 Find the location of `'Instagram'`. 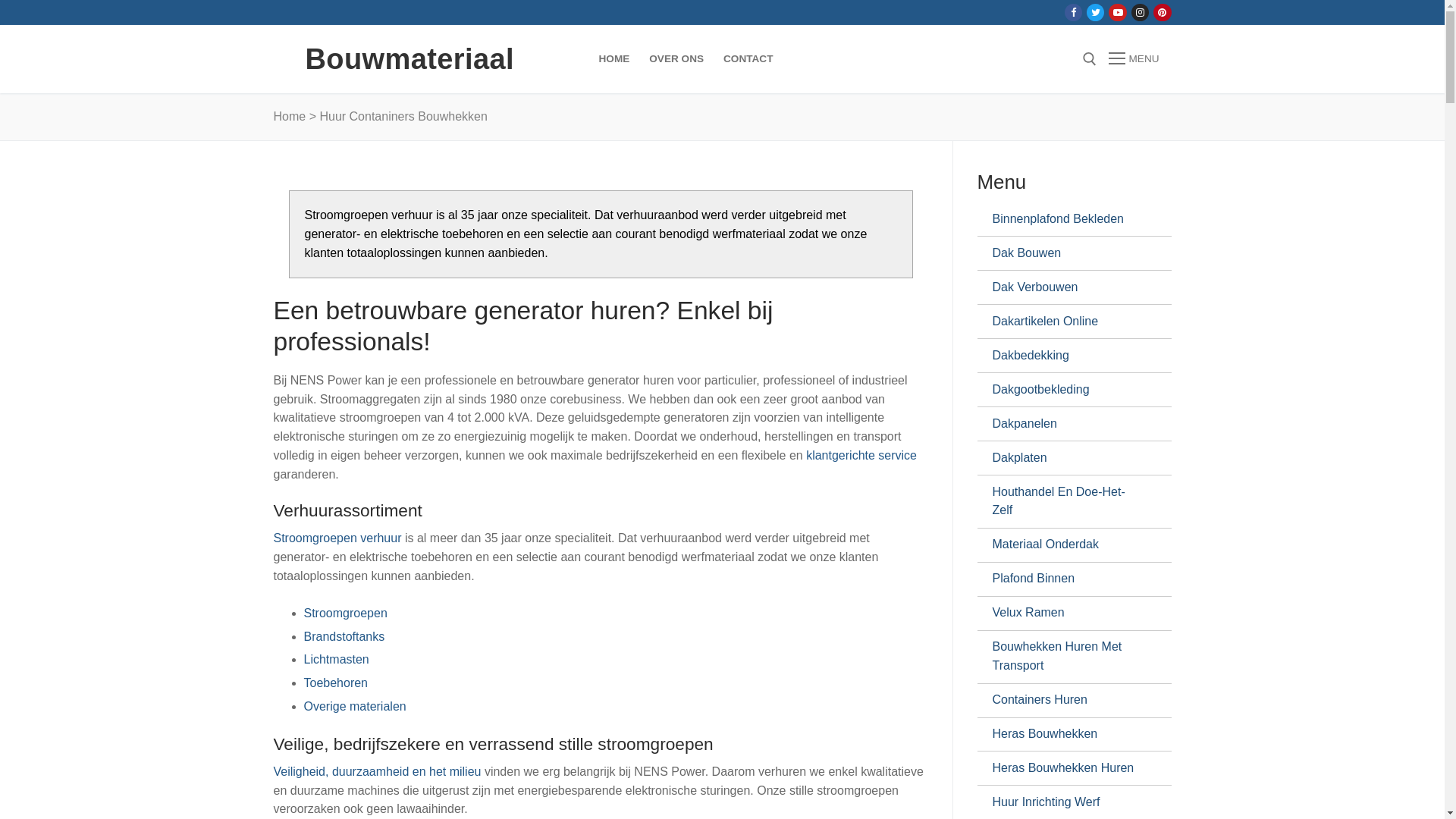

'Instagram' is located at coordinates (1140, 12).